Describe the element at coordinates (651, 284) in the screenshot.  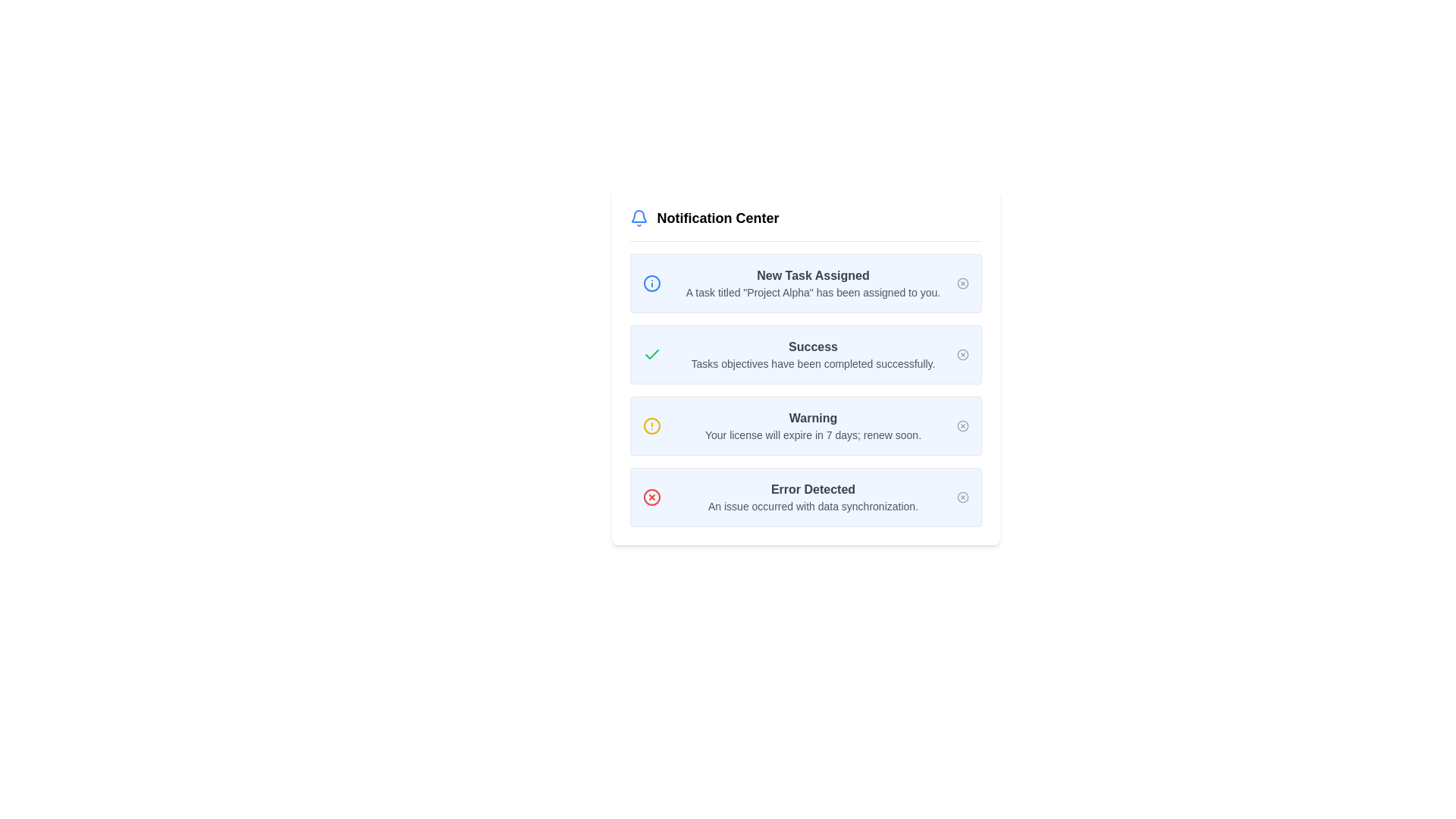
I see `the informational icon located in the topmost notification box on the left side, aligned with the title 'New Task Assigned'` at that location.